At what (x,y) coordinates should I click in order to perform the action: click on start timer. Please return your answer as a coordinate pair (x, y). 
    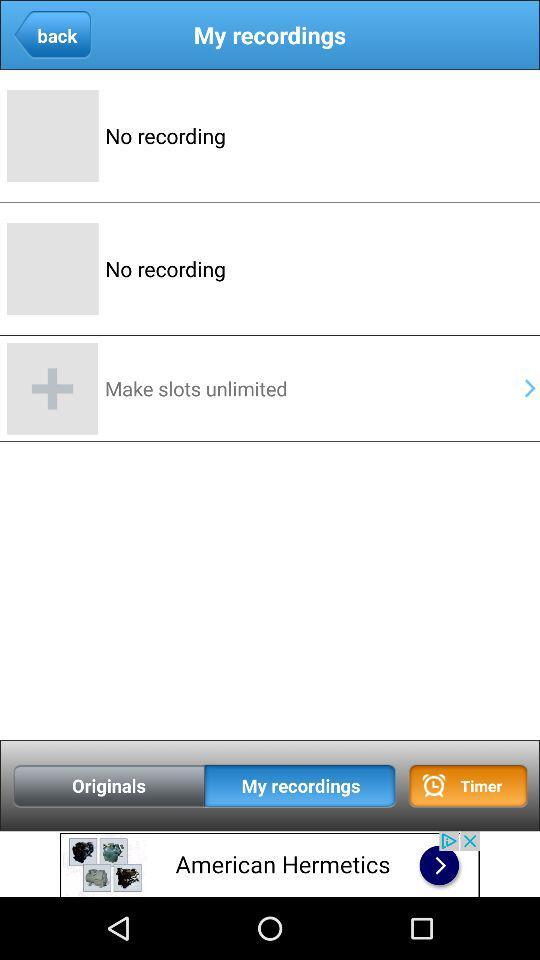
    Looking at the image, I should click on (468, 785).